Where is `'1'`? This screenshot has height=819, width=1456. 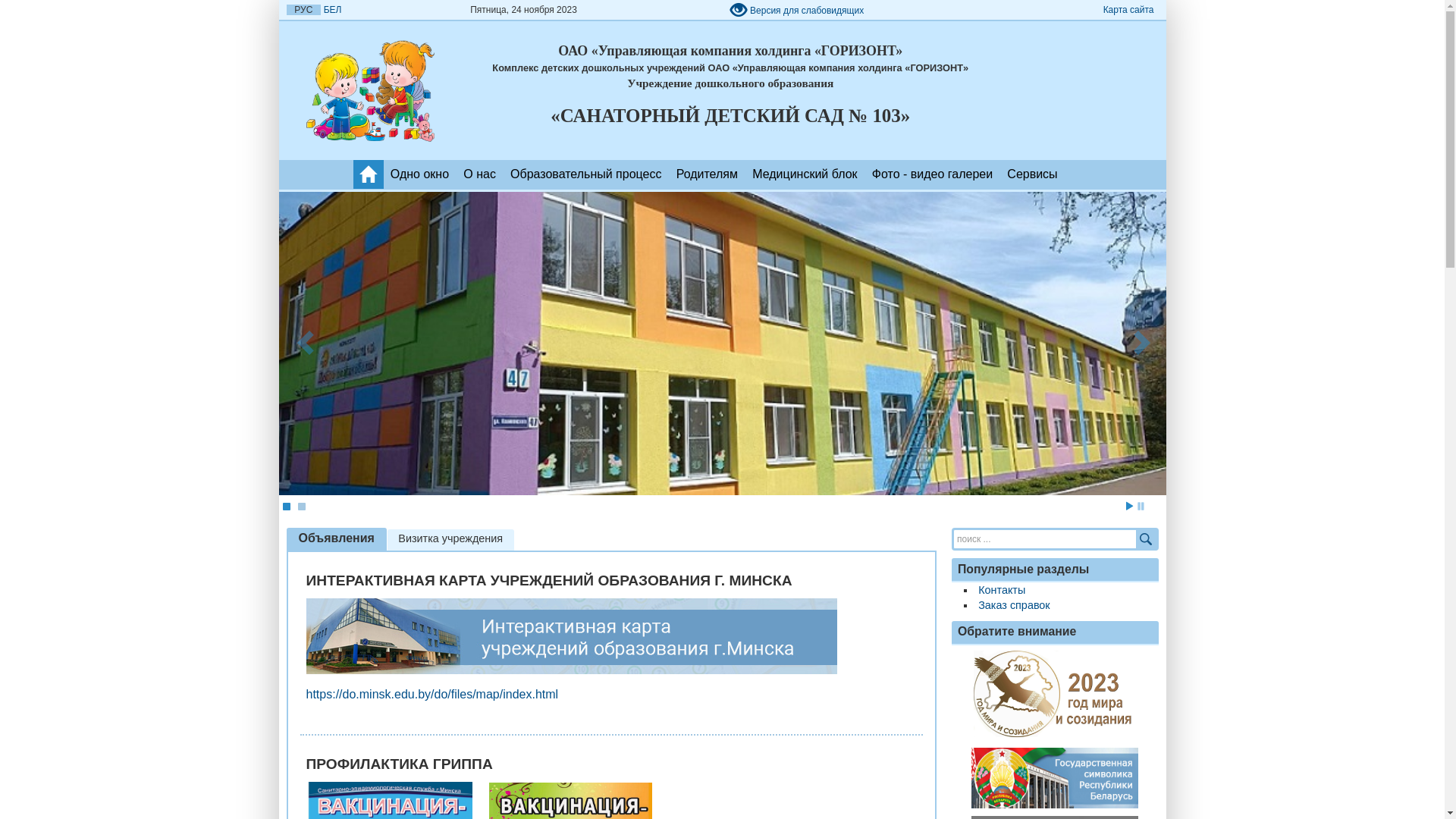
'1' is located at coordinates (286, 506).